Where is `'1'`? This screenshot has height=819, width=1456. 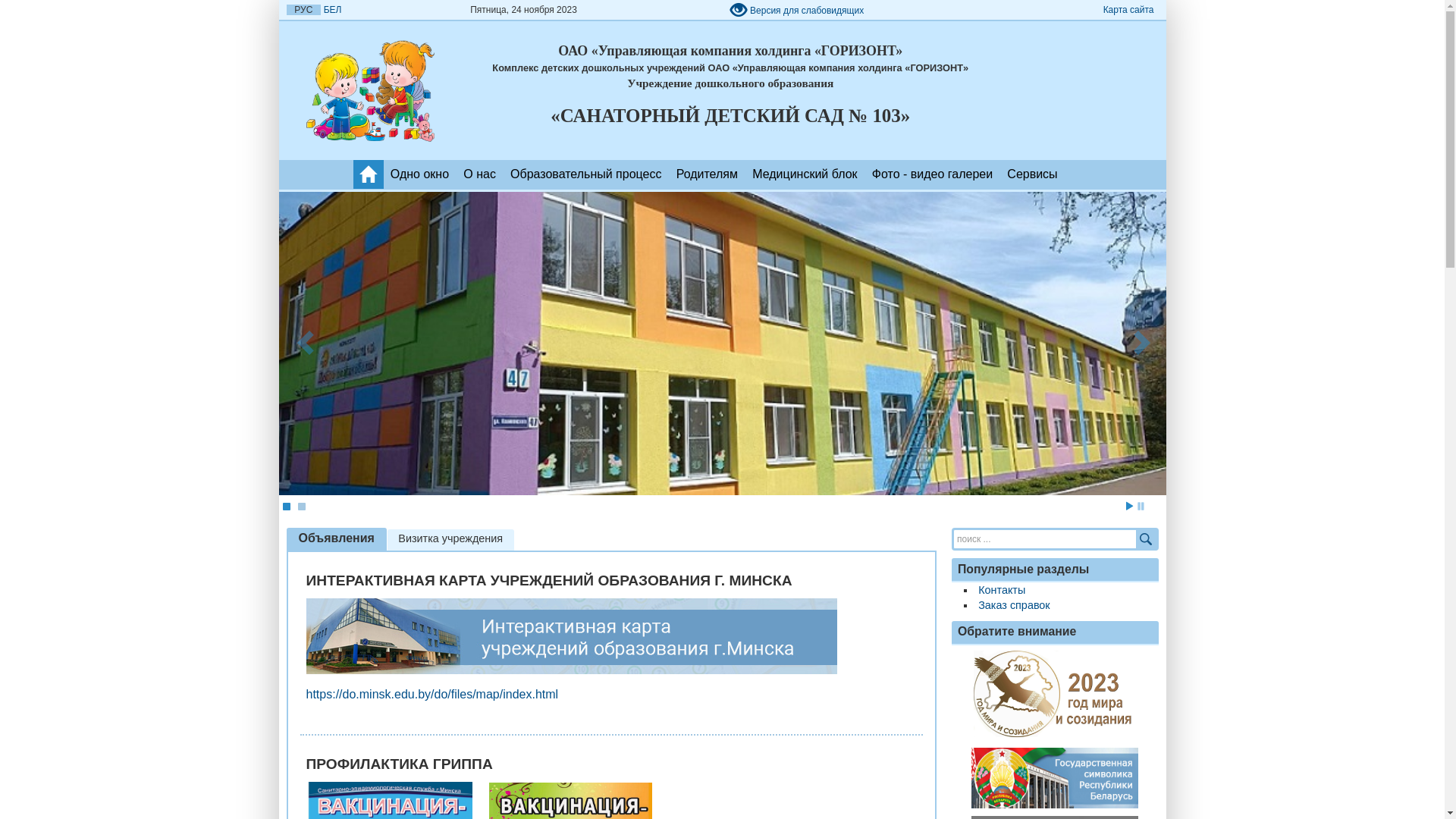
'1' is located at coordinates (286, 506).